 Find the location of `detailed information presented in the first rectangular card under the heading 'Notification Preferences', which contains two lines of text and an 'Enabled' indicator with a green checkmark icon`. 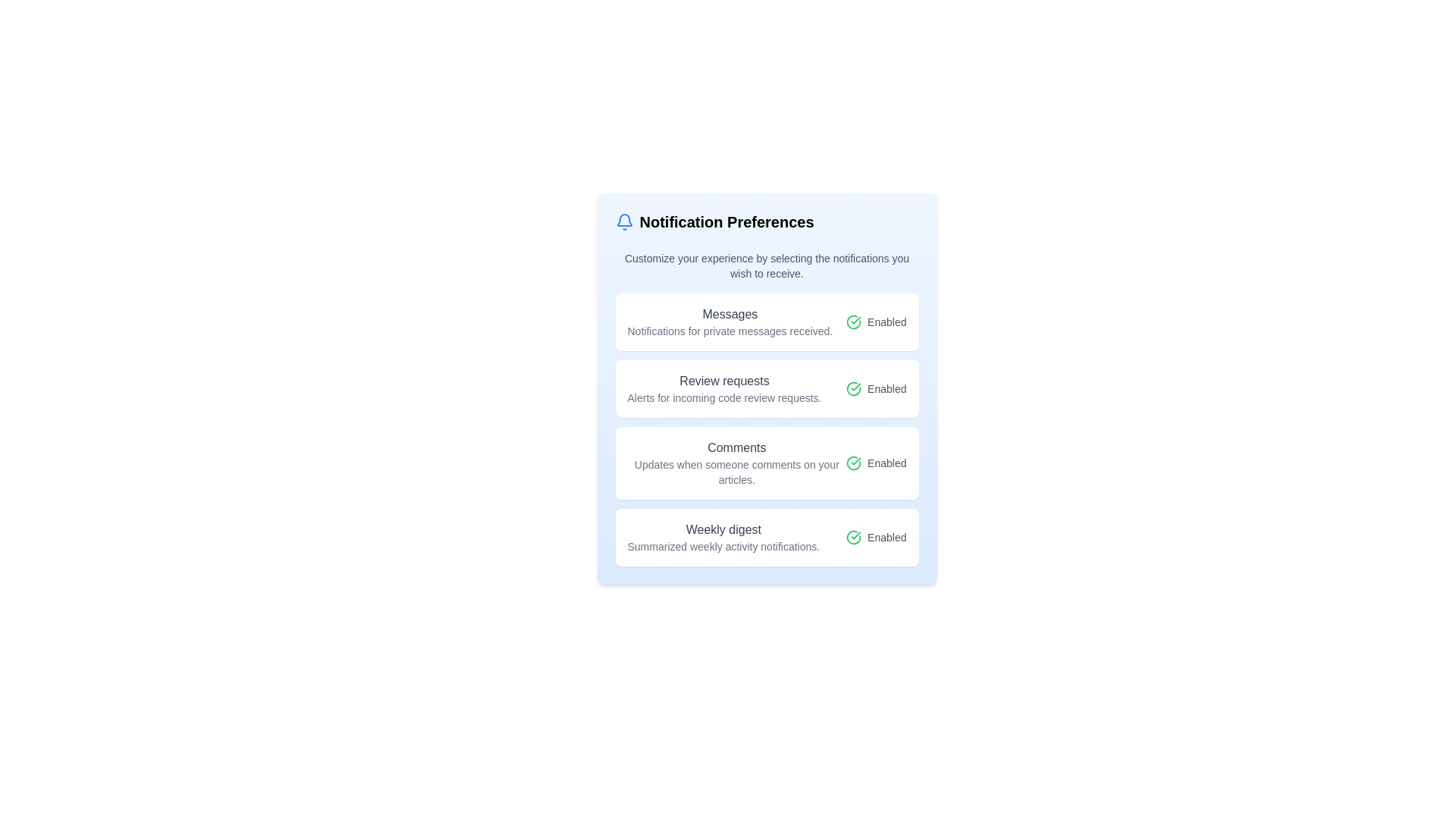

detailed information presented in the first rectangular card under the heading 'Notification Preferences', which contains two lines of text and an 'Enabled' indicator with a green checkmark icon is located at coordinates (767, 321).